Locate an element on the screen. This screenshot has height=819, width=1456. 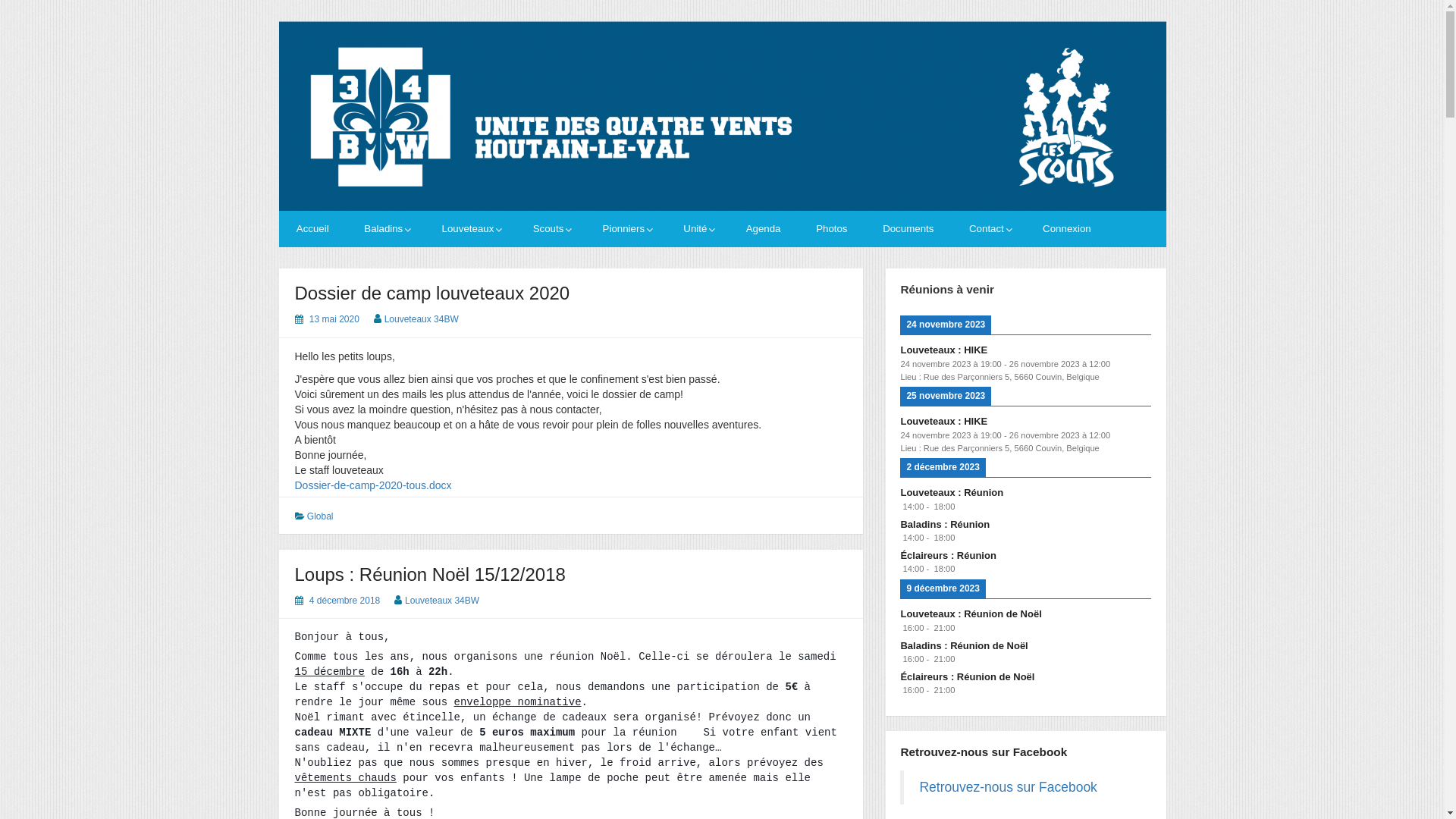
'Louveteaux 34BW' is located at coordinates (384, 318).